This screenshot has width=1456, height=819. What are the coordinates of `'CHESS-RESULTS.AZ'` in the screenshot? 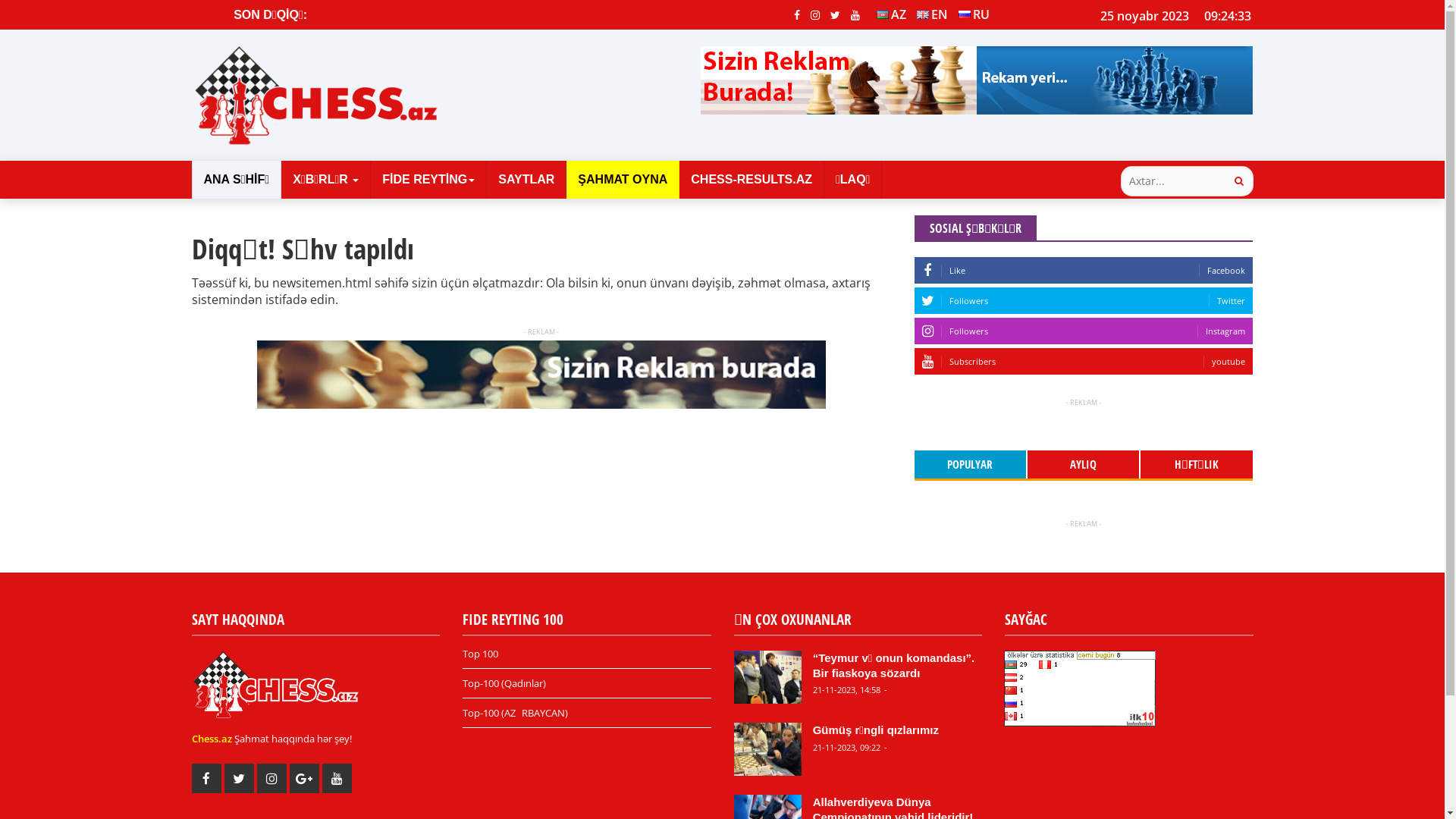 It's located at (752, 178).